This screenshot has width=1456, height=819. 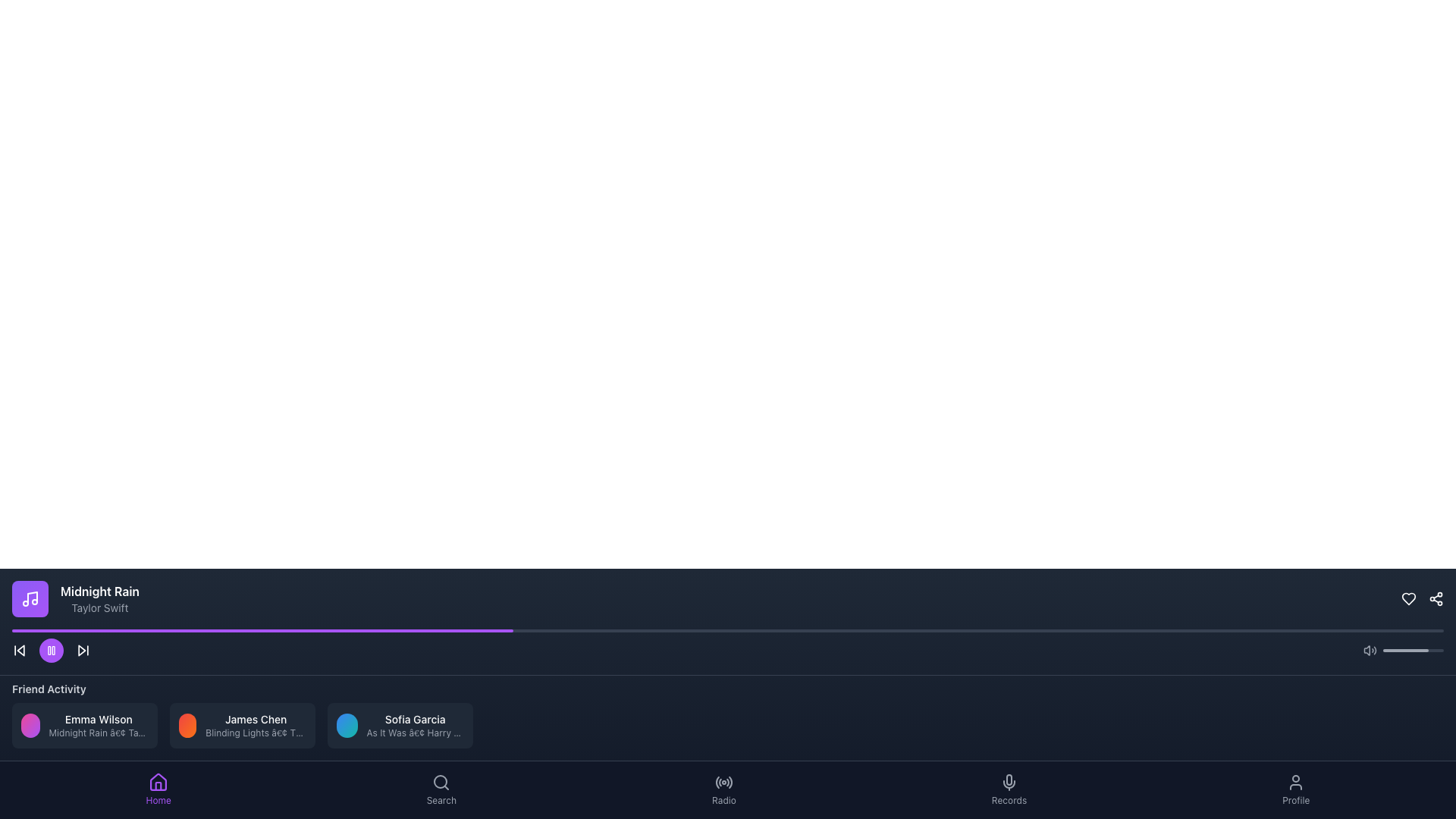 What do you see at coordinates (127, 631) in the screenshot?
I see `the progress bar` at bounding box center [127, 631].